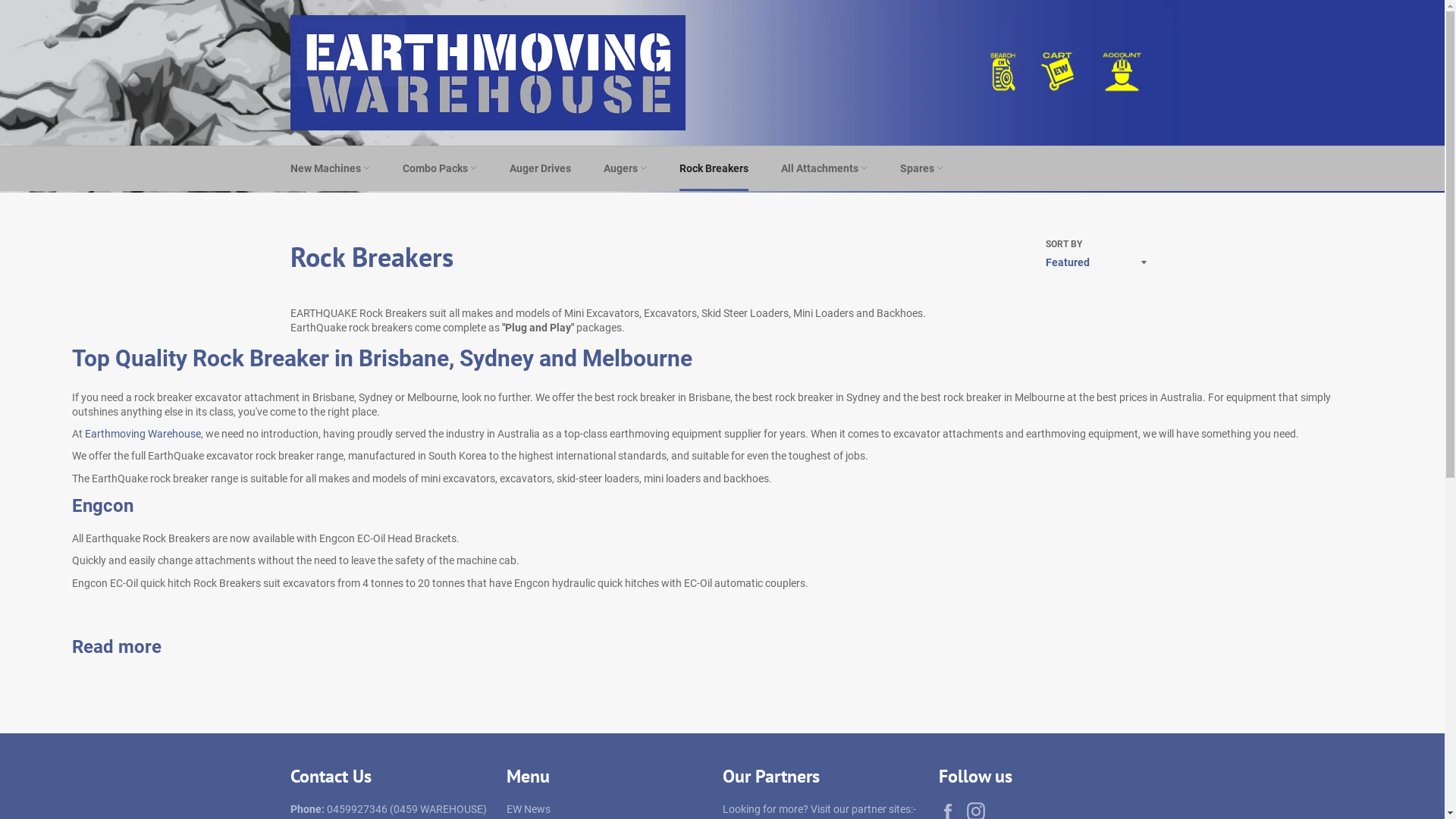 Image resolution: width=1456 pixels, height=819 pixels. What do you see at coordinates (540, 168) in the screenshot?
I see `'Auger Drives'` at bounding box center [540, 168].